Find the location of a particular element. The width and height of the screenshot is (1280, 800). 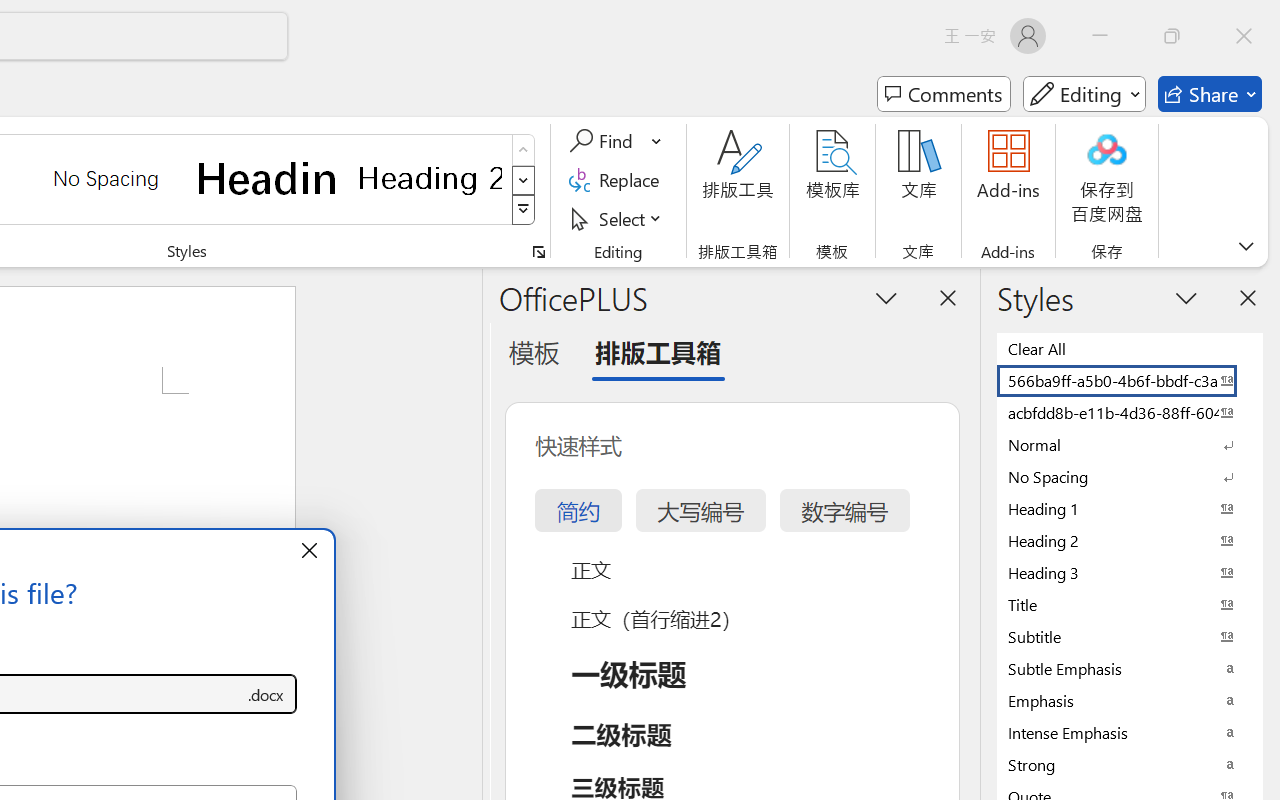

'Replace...' is located at coordinates (616, 179).